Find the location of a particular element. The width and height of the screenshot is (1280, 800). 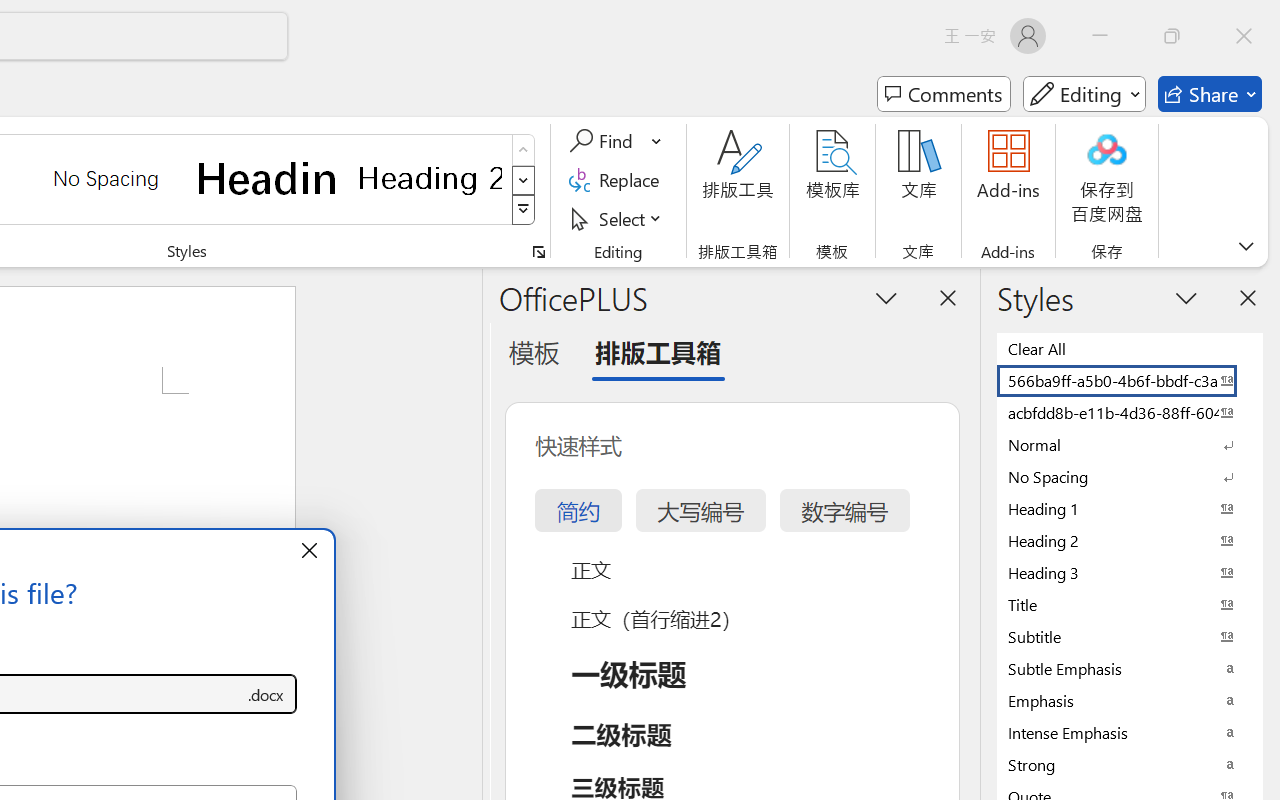

'Replace...' is located at coordinates (616, 179).